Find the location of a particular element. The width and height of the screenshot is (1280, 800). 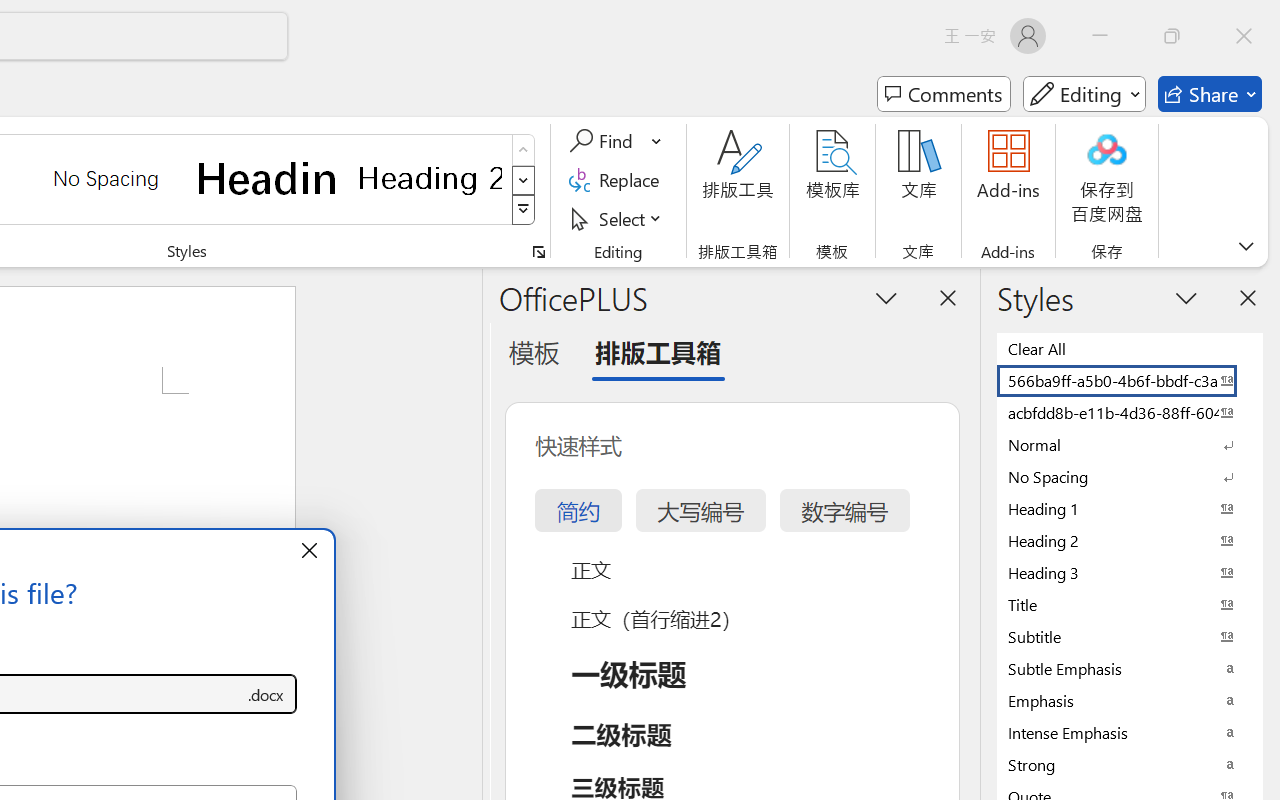

'Replace...' is located at coordinates (616, 179).